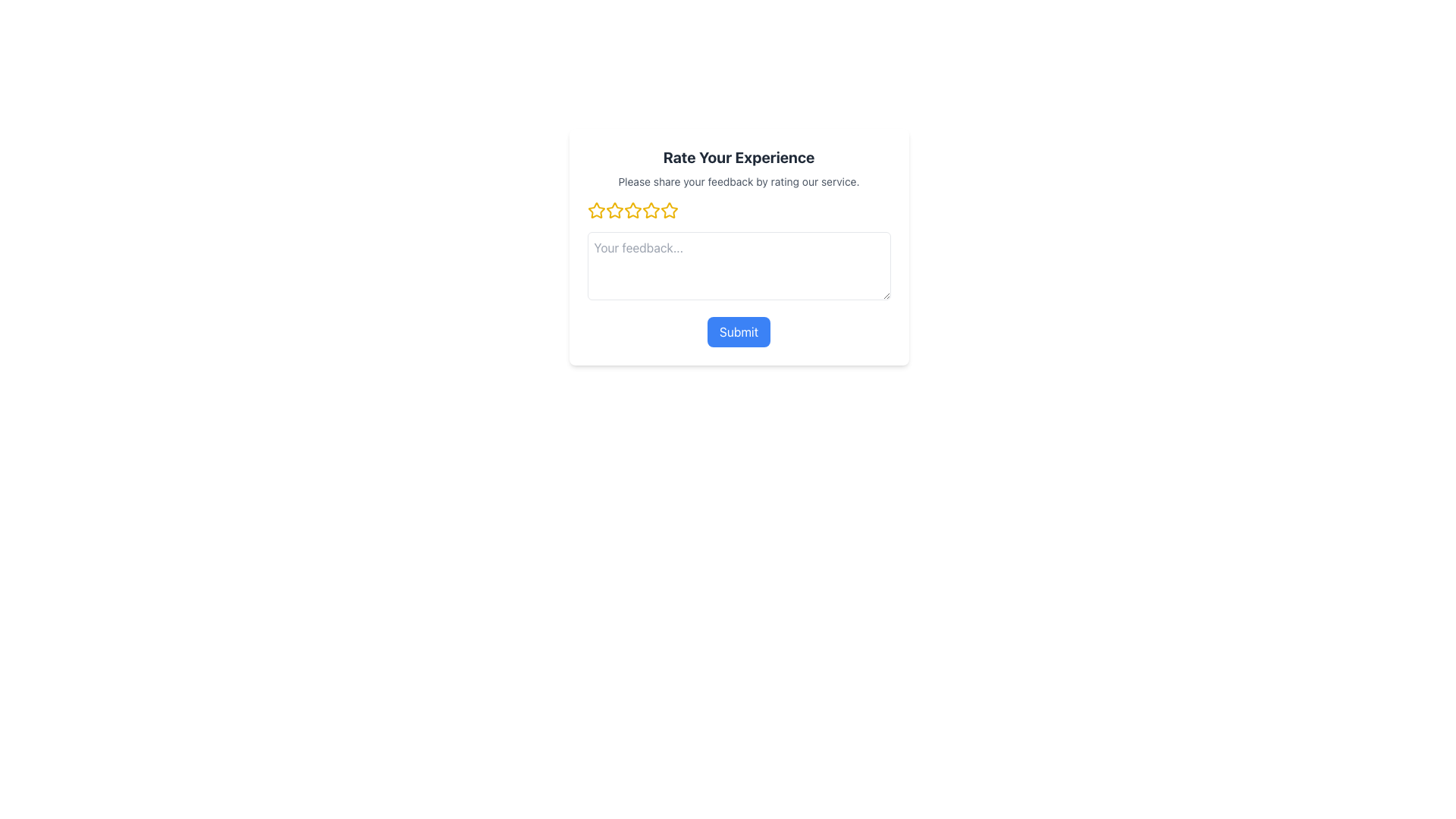 This screenshot has height=819, width=1456. What do you see at coordinates (739, 180) in the screenshot?
I see `the text label displaying 'Please share your feedback by rating our service.' which is positioned beneath the title 'Rate Your Experience'` at bounding box center [739, 180].